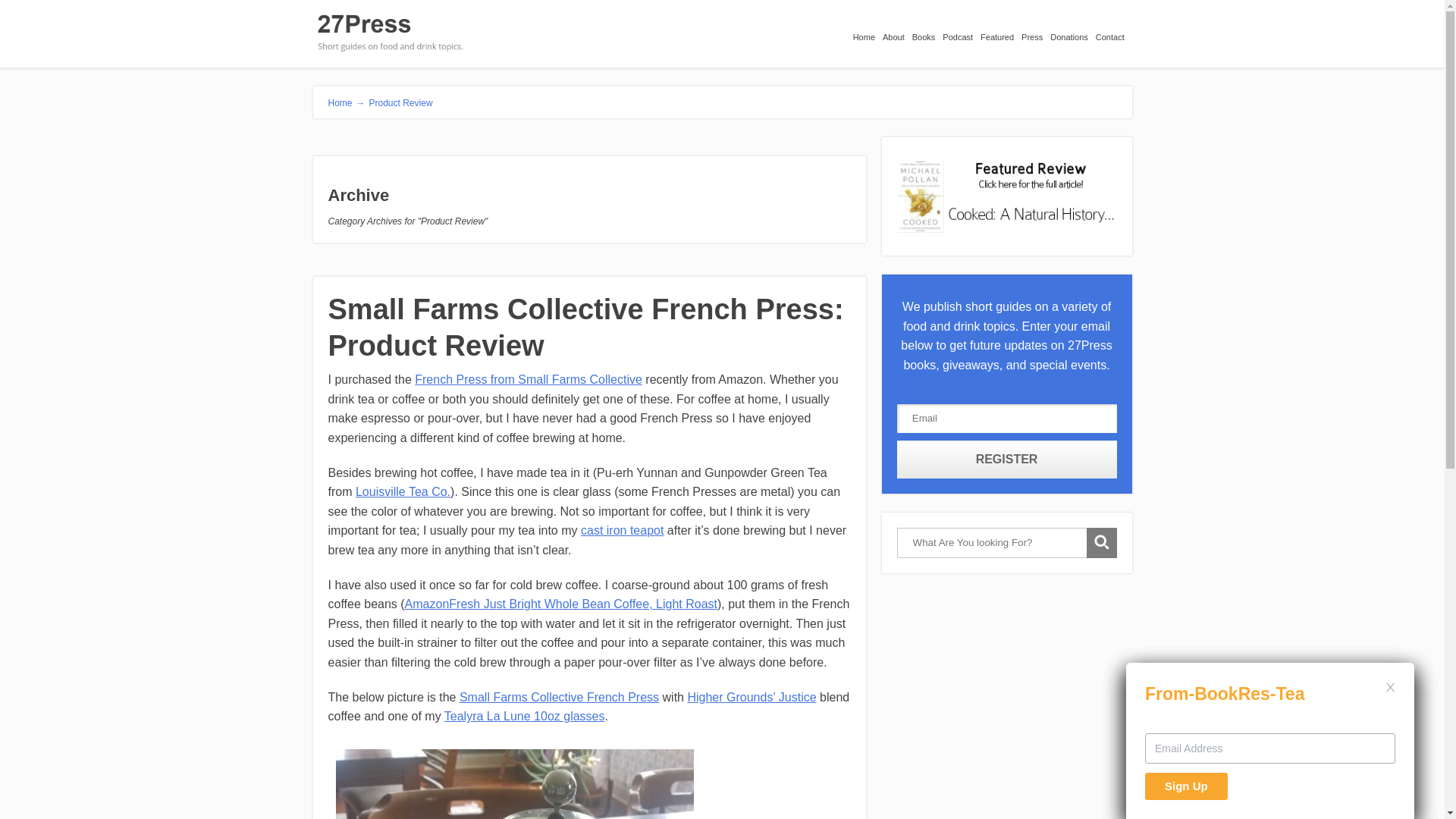  I want to click on 'Tealyra La Lune 10oz glasses', so click(524, 716).